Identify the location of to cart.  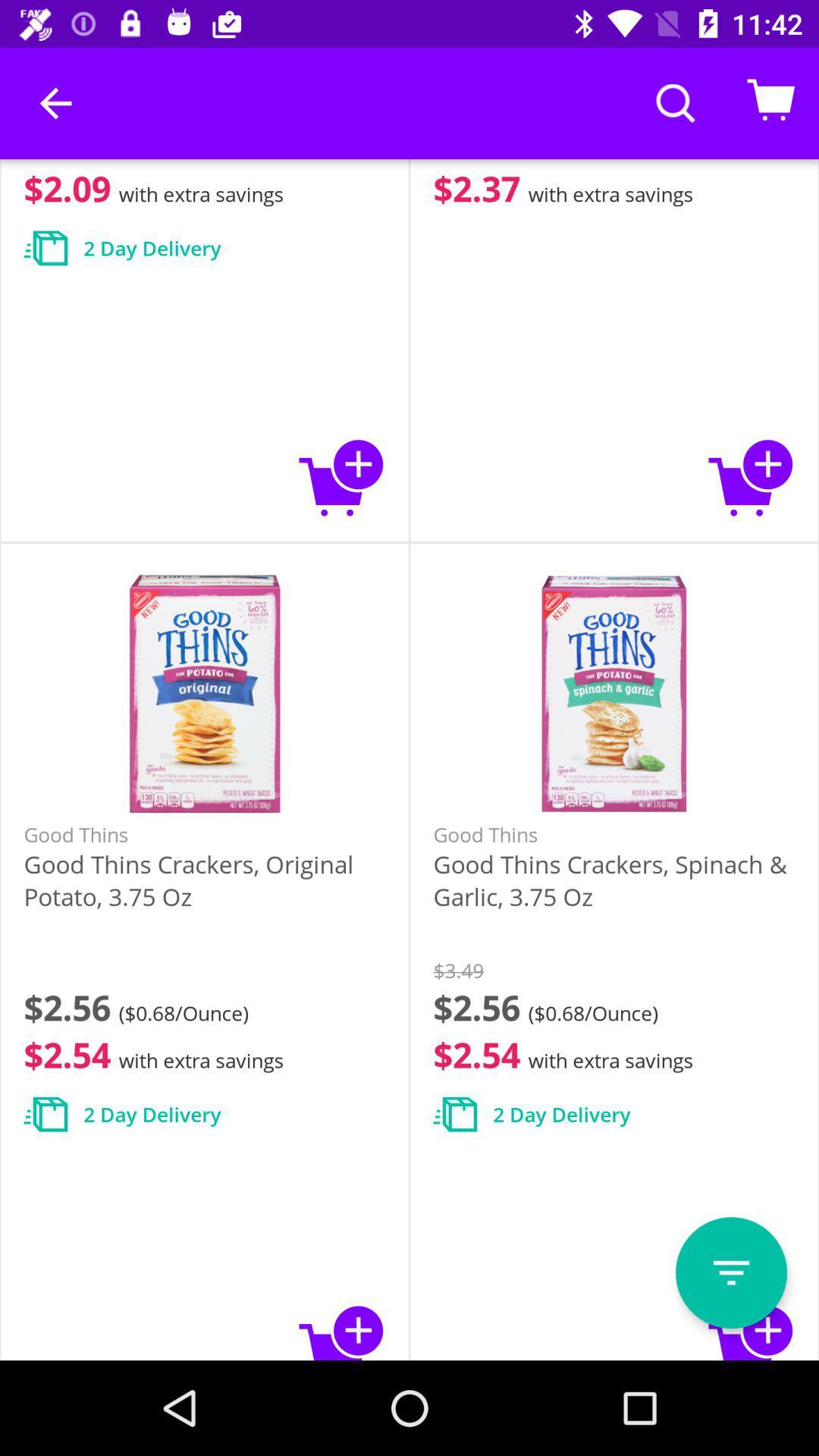
(752, 1329).